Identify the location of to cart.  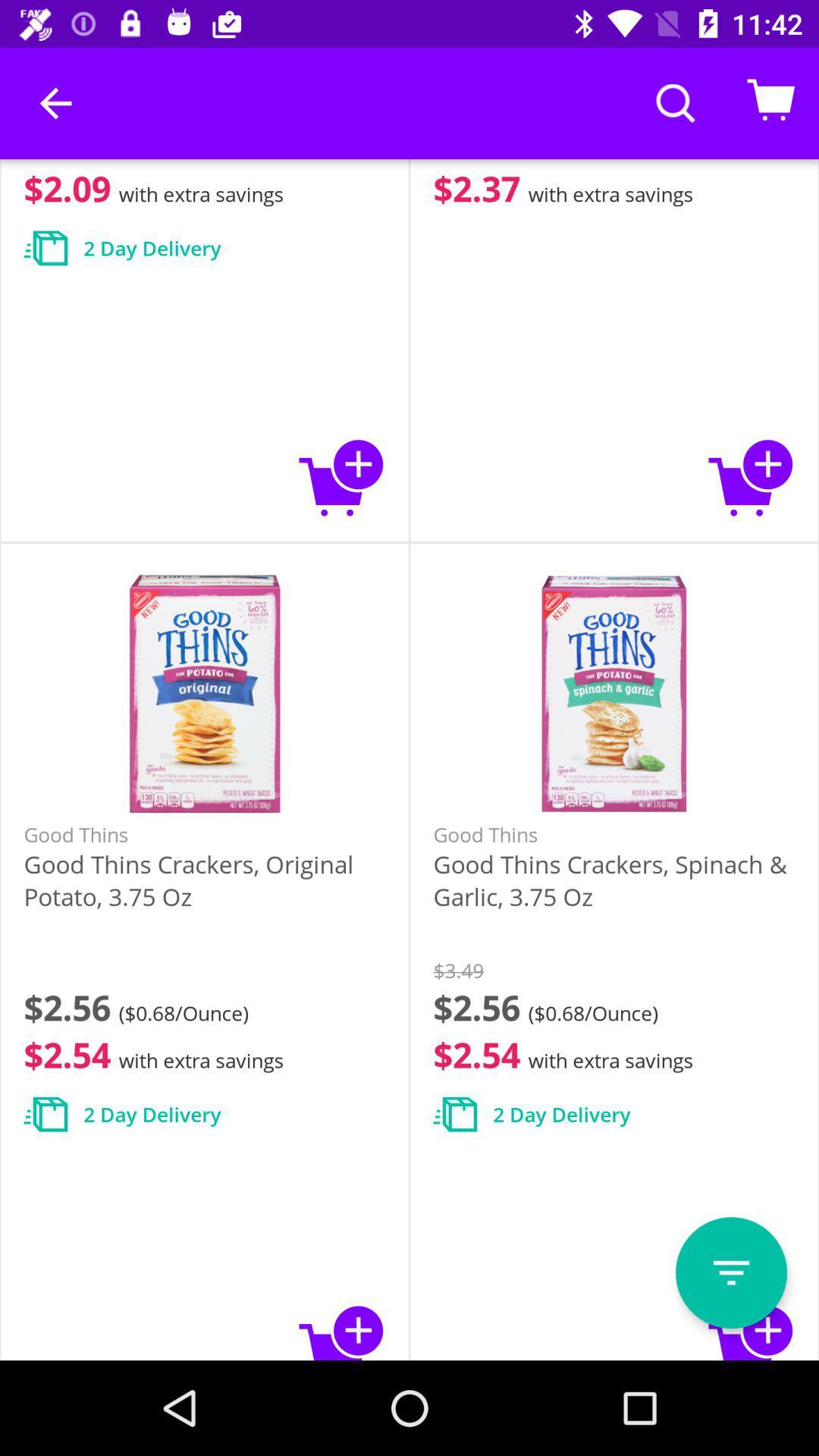
(752, 1329).